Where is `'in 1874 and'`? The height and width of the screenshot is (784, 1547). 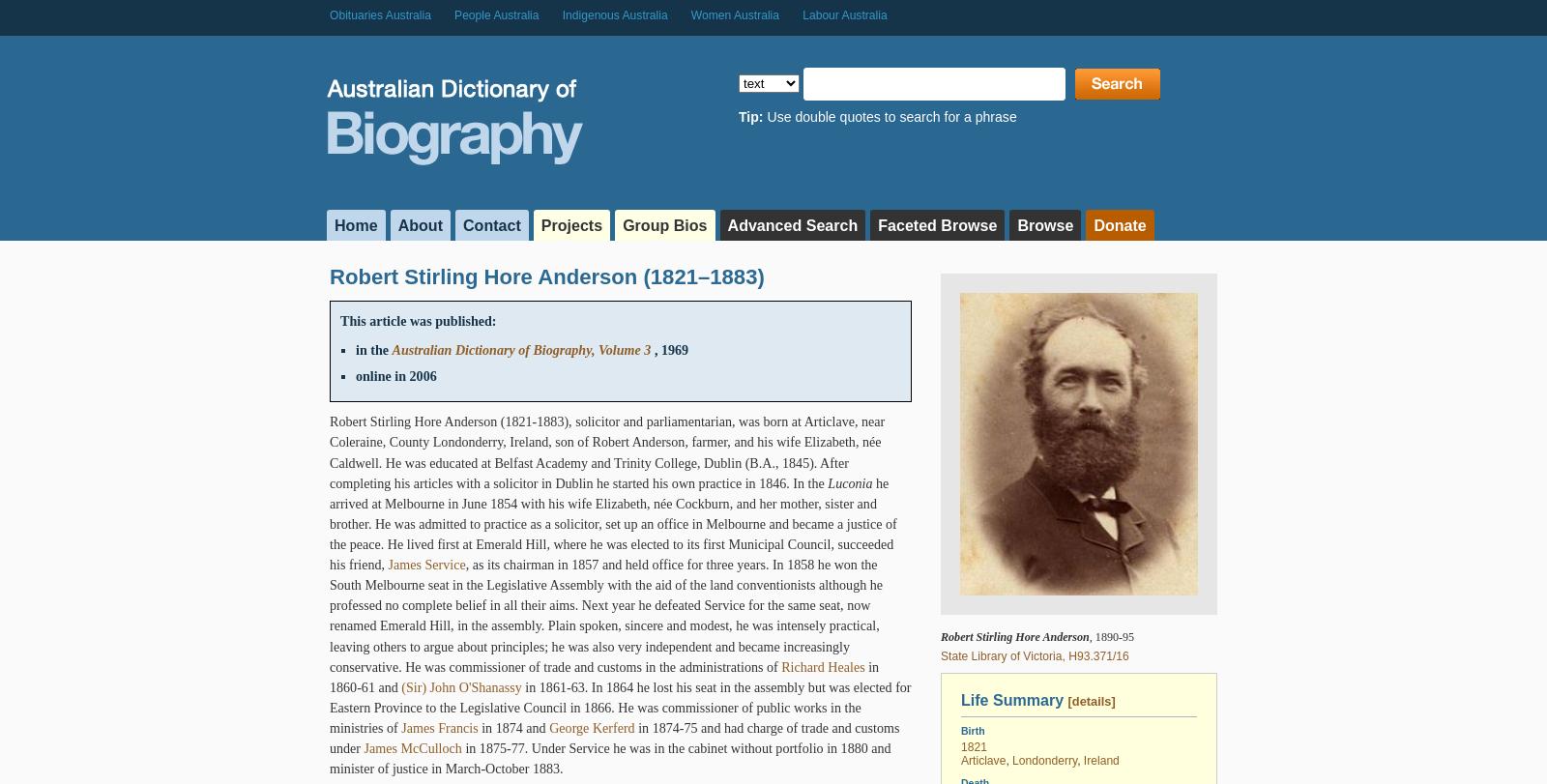
'in 1874 and' is located at coordinates (512, 727).